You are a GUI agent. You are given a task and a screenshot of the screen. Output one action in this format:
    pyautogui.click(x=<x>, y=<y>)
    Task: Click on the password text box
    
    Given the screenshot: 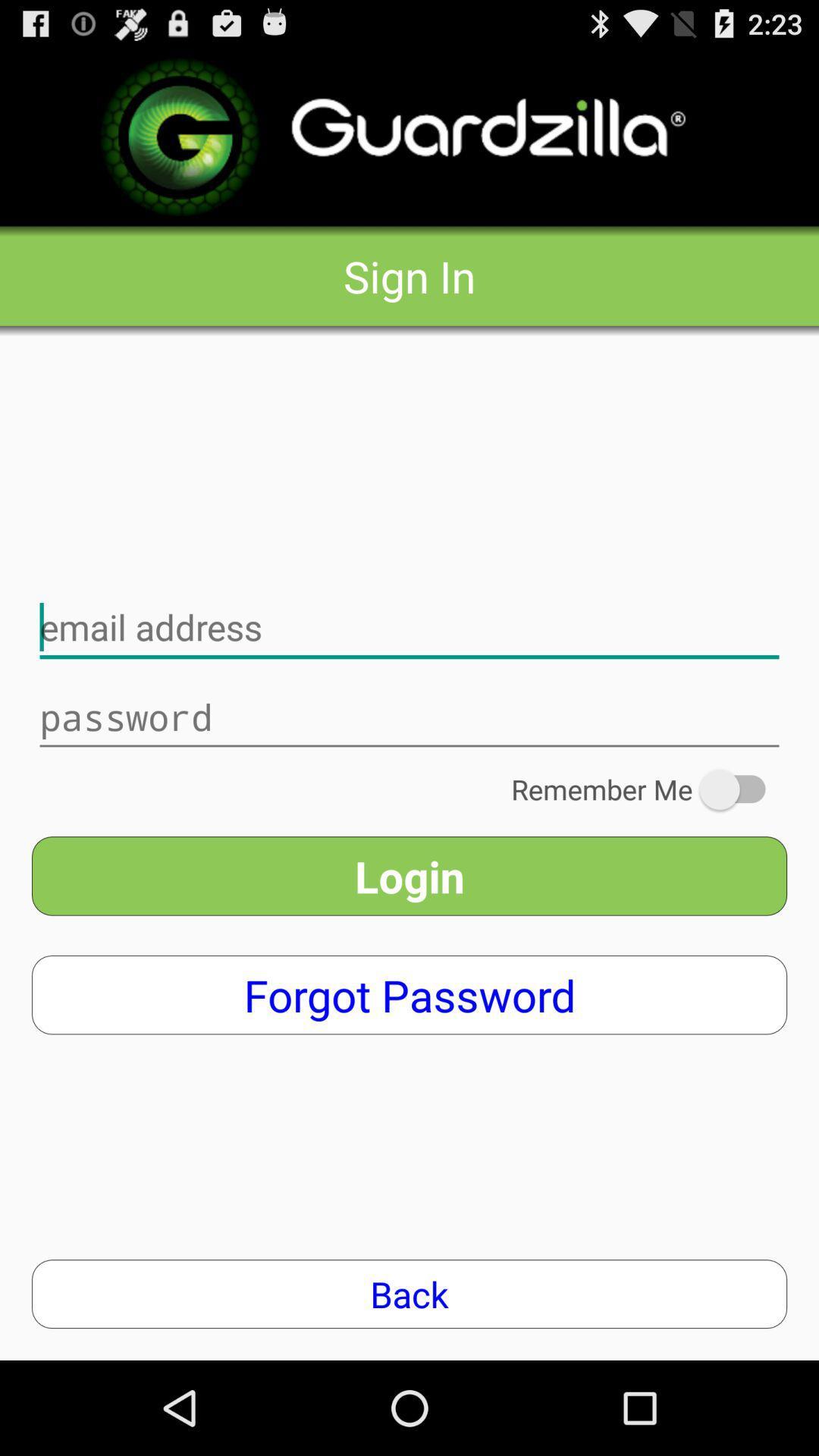 What is the action you would take?
    pyautogui.click(x=409, y=717)
    